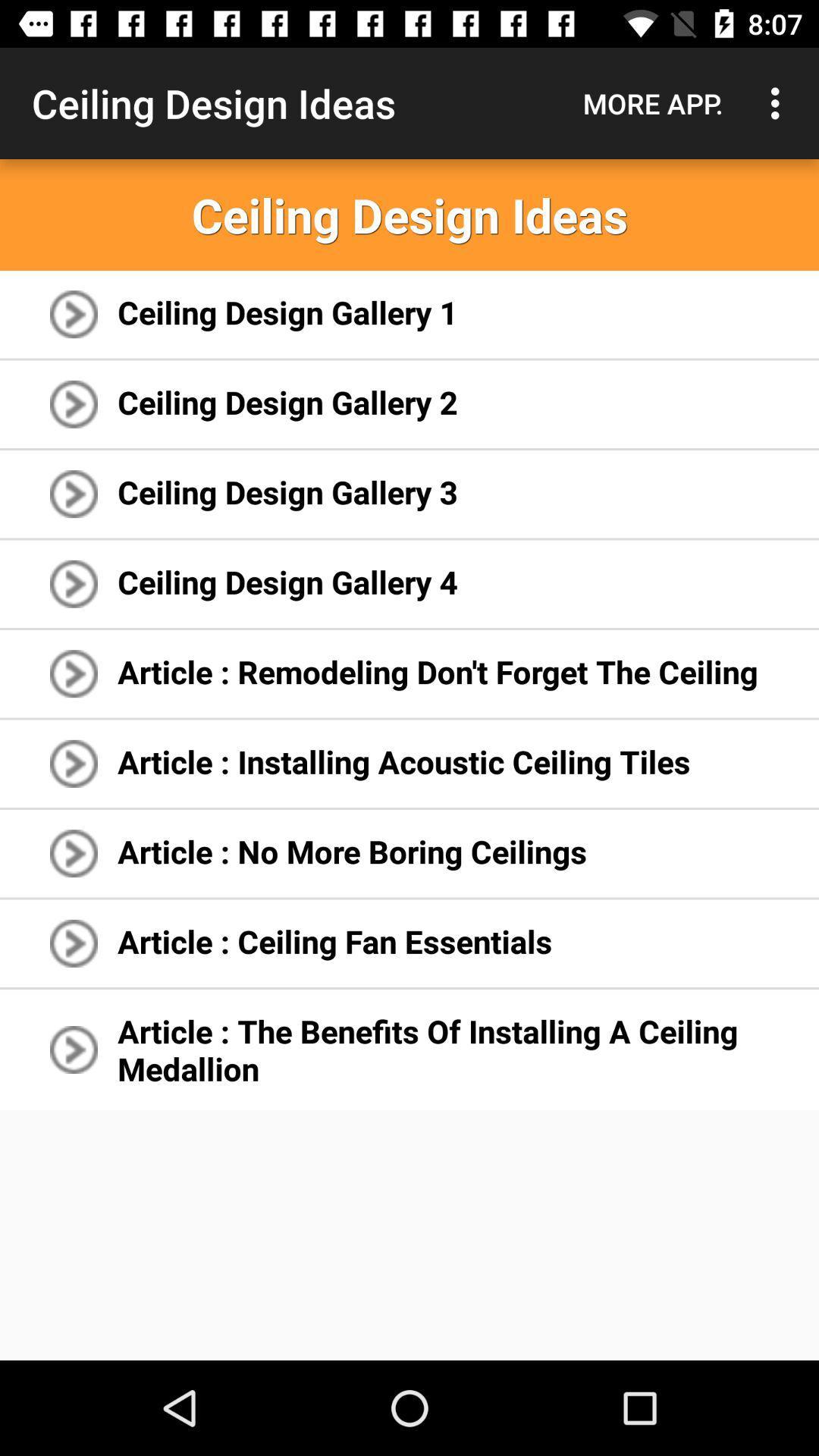 This screenshot has width=819, height=1456. Describe the element at coordinates (652, 102) in the screenshot. I see `the item above the ceiling design ideas item` at that location.